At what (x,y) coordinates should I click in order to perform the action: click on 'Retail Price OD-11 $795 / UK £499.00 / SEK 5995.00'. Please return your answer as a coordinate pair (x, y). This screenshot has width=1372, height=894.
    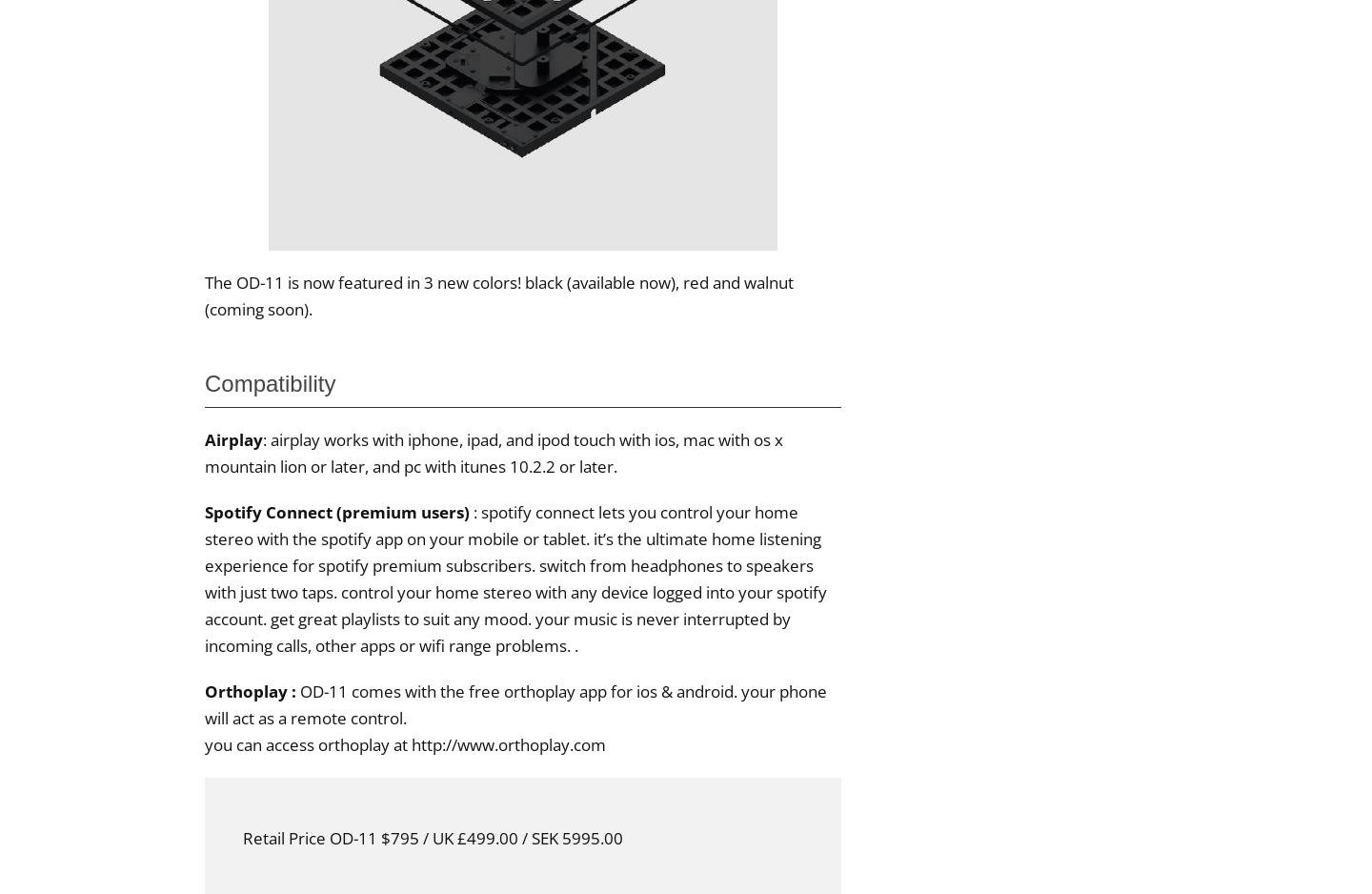
    Looking at the image, I should click on (433, 837).